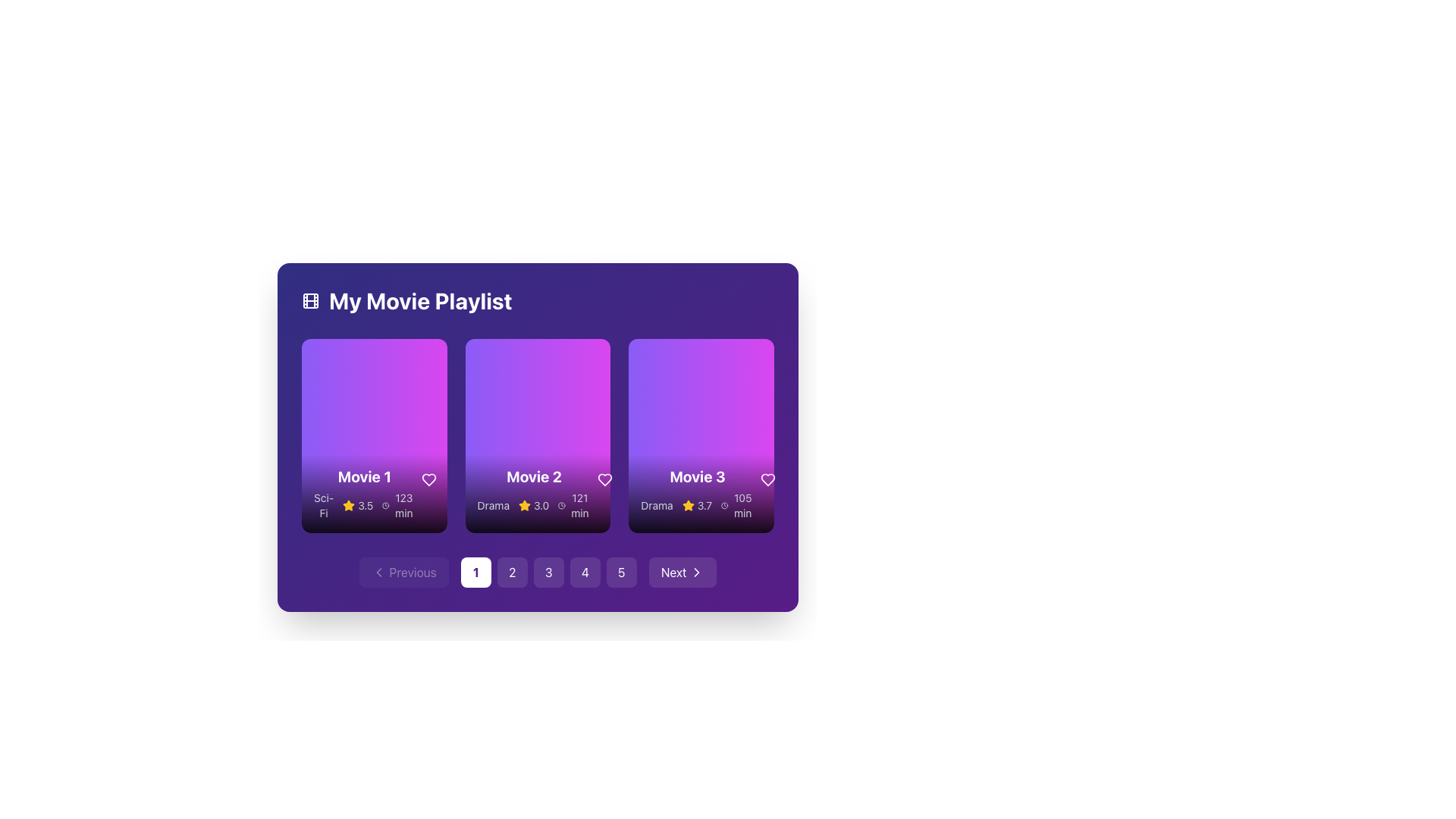  What do you see at coordinates (767, 479) in the screenshot?
I see `the button for marking 'Movie 3' as a favorite, located at the lower-right corner of the 'Movie 3' card adjacent to the runtime text '105 min'` at bounding box center [767, 479].